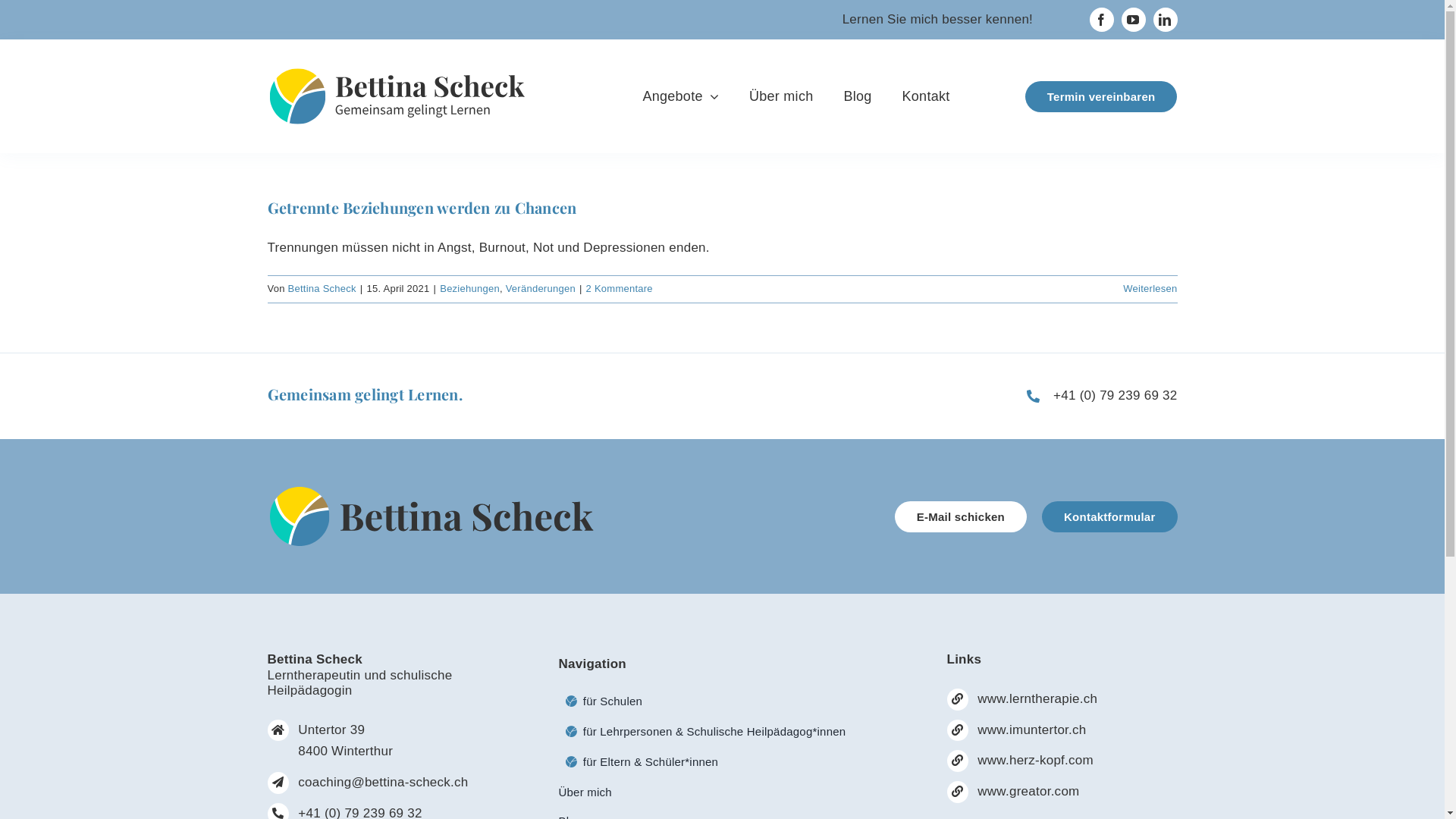 This screenshot has height=819, width=1456. What do you see at coordinates (382, 782) in the screenshot?
I see `'coaching@bettina-scheck.ch'` at bounding box center [382, 782].